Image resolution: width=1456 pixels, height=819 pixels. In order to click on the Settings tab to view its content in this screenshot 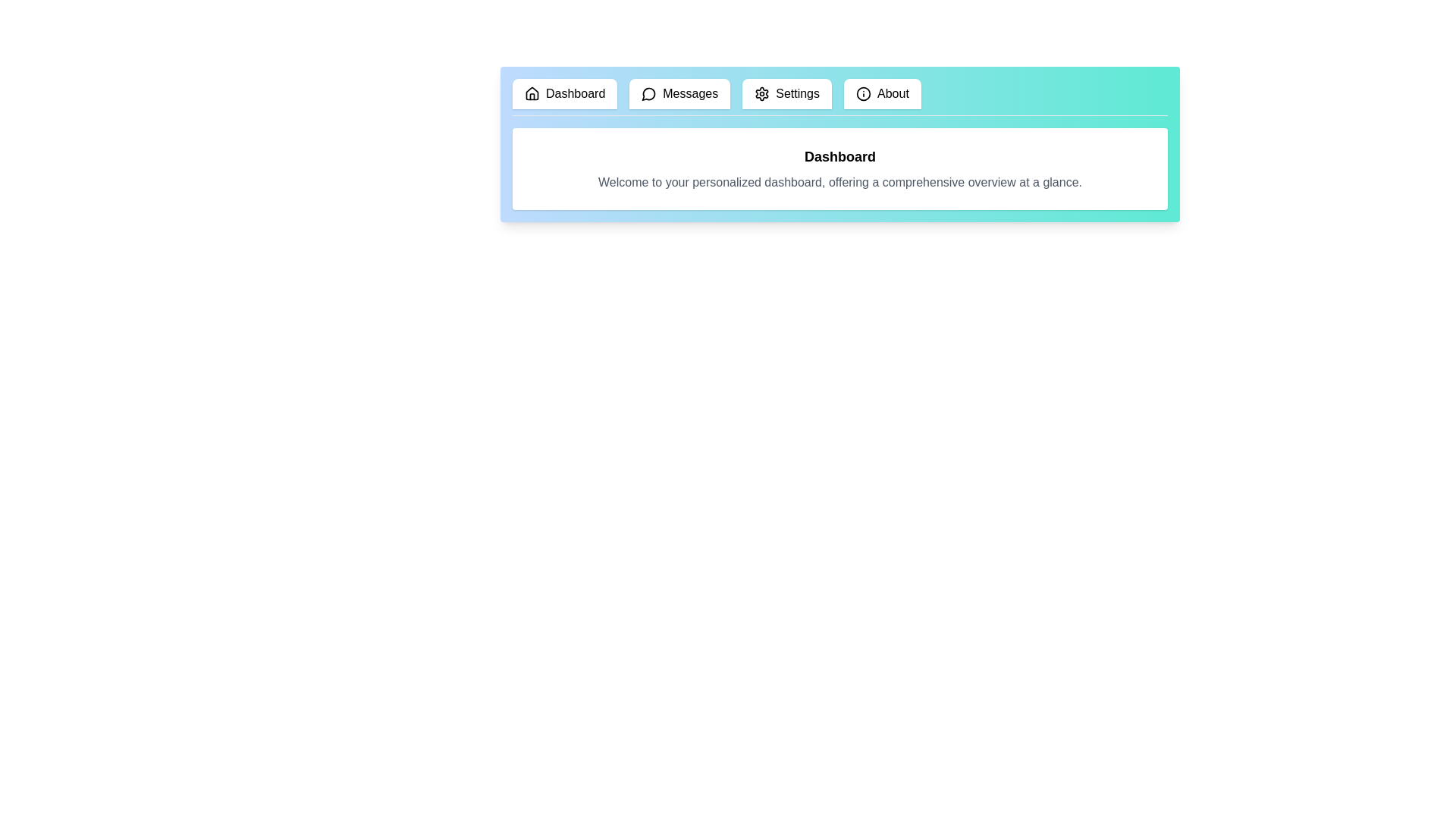, I will do `click(786, 93)`.